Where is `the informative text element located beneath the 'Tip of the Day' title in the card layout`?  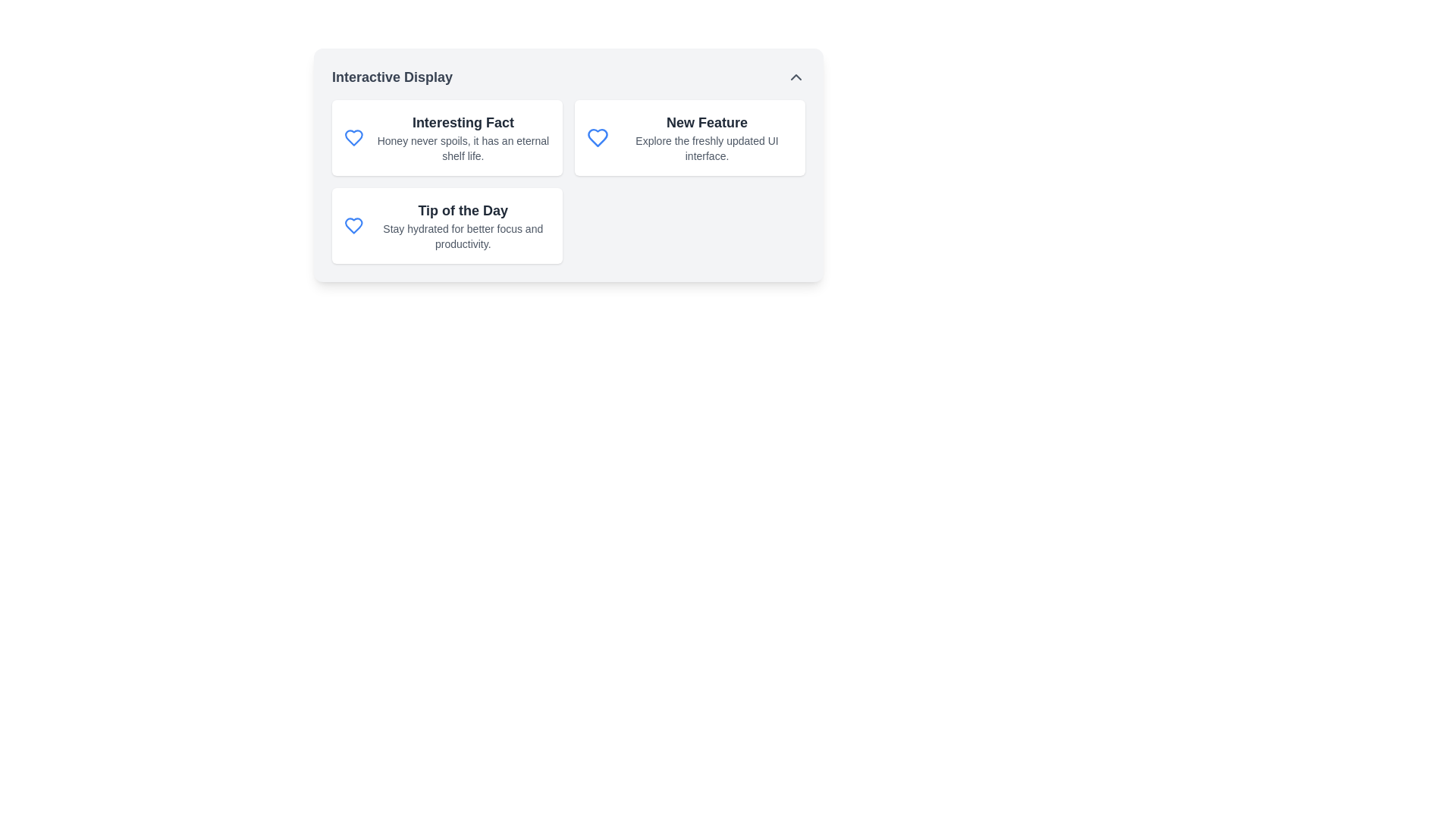 the informative text element located beneath the 'Tip of the Day' title in the card layout is located at coordinates (462, 237).